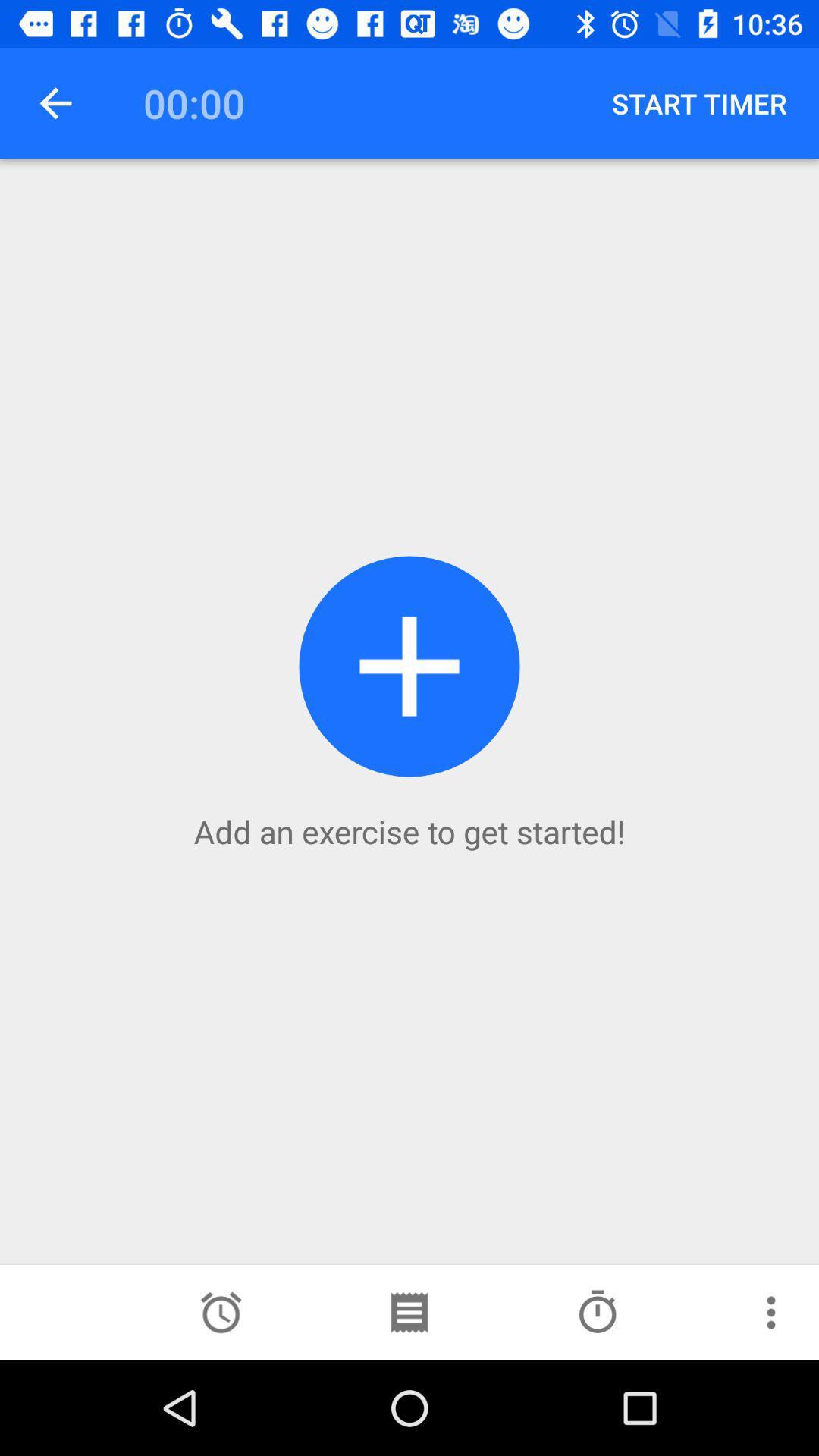 The height and width of the screenshot is (1456, 819). I want to click on the more icon, so click(771, 1312).